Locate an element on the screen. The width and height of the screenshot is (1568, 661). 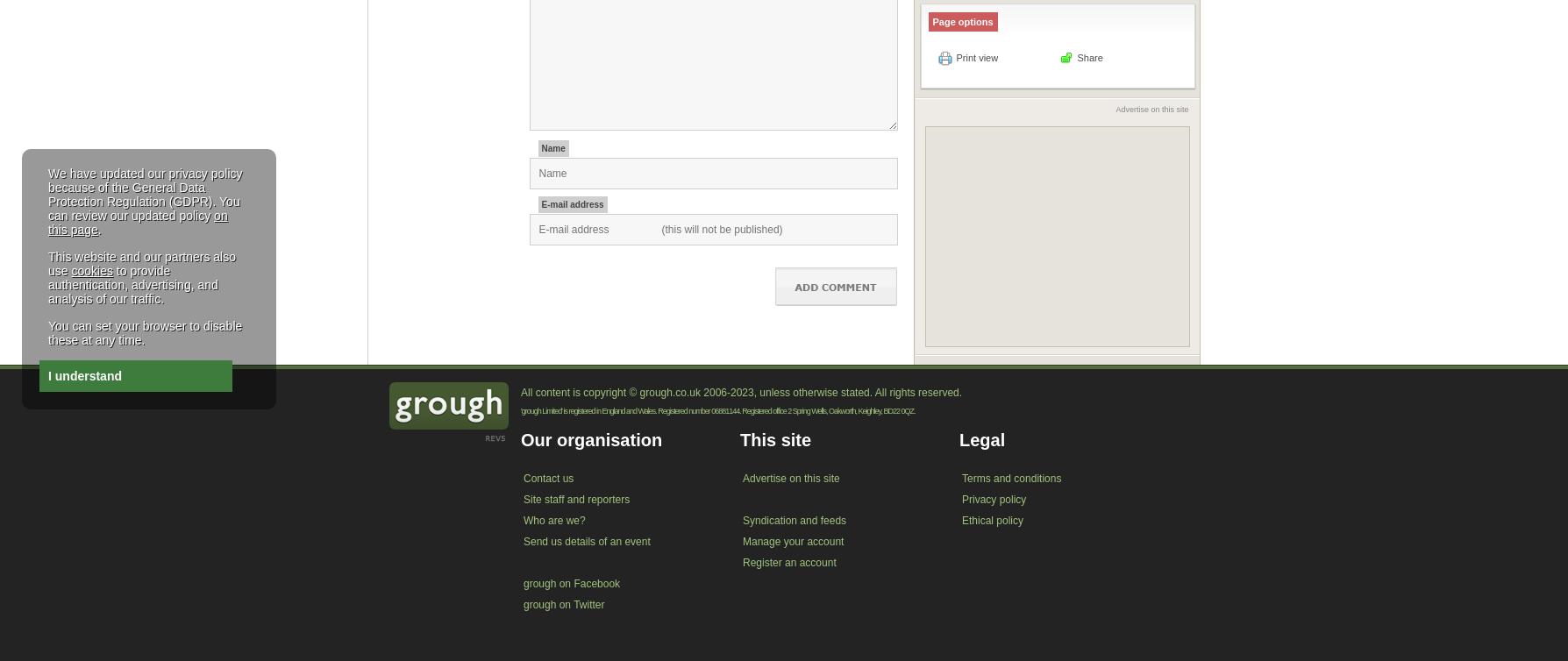
'Who are we?' is located at coordinates (554, 520).